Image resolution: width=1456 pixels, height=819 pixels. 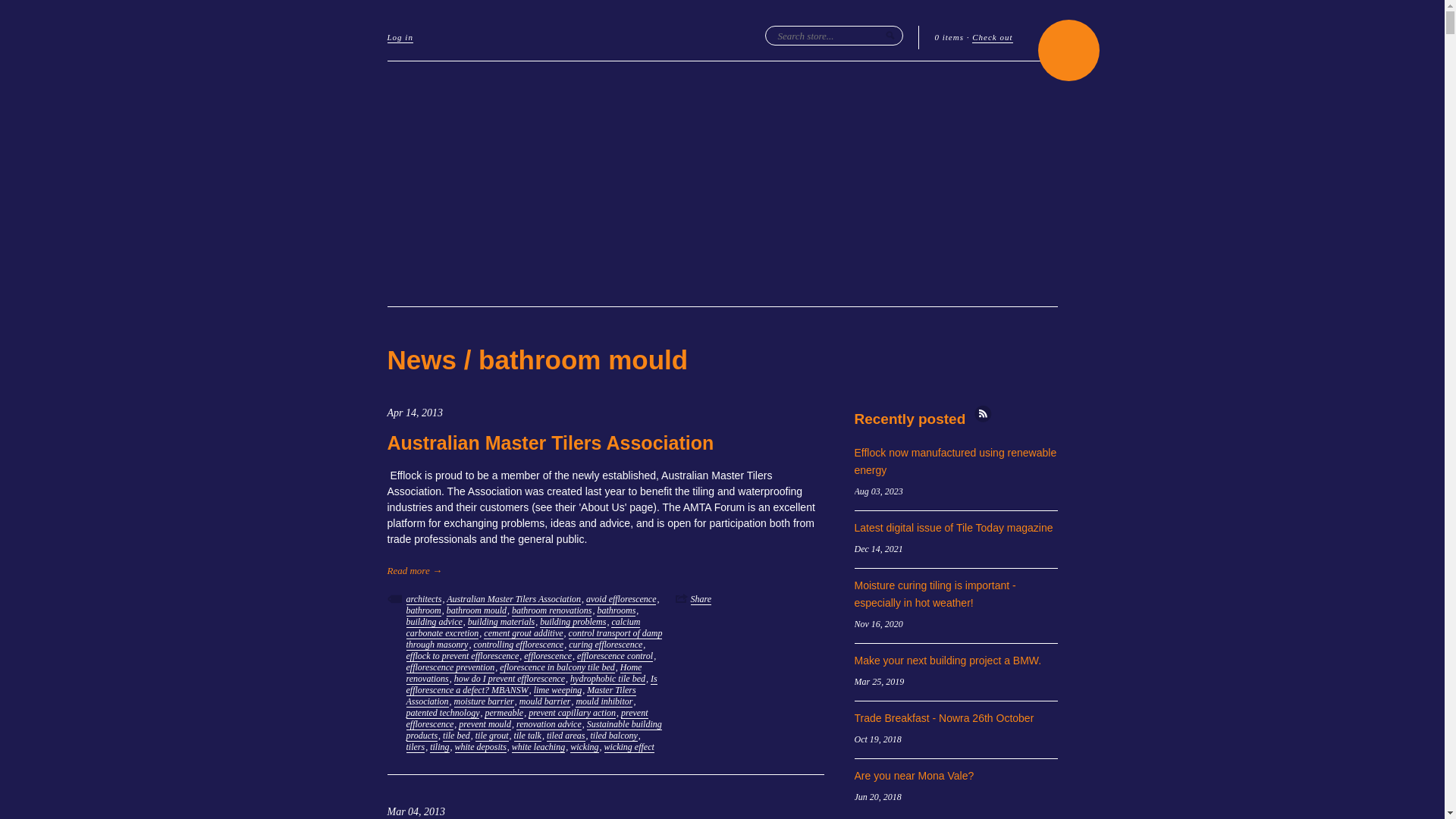 What do you see at coordinates (386, 37) in the screenshot?
I see `'Log in'` at bounding box center [386, 37].